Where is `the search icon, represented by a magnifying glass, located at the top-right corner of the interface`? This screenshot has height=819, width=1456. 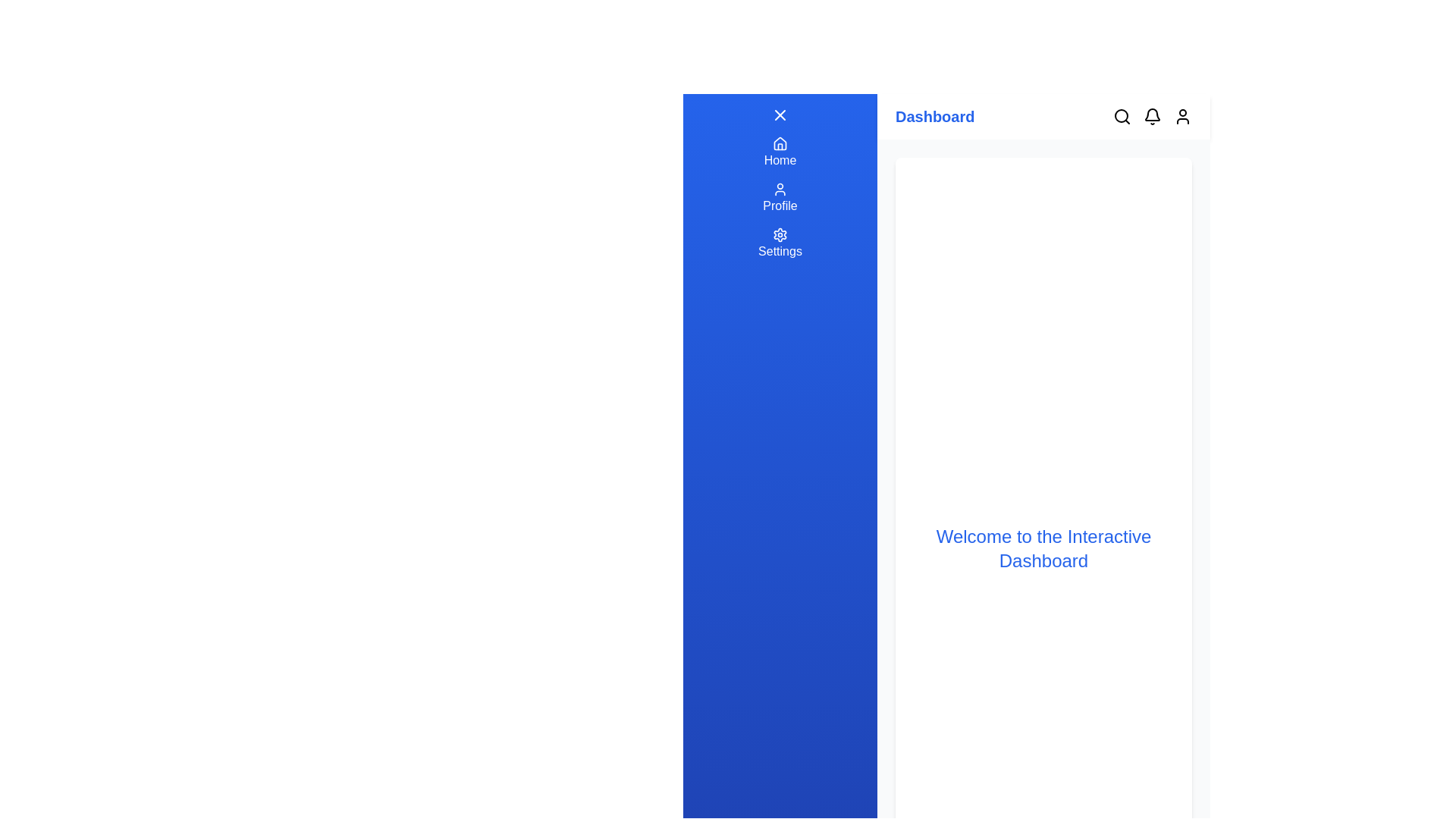
the search icon, represented by a magnifying glass, located at the top-right corner of the interface is located at coordinates (1122, 116).